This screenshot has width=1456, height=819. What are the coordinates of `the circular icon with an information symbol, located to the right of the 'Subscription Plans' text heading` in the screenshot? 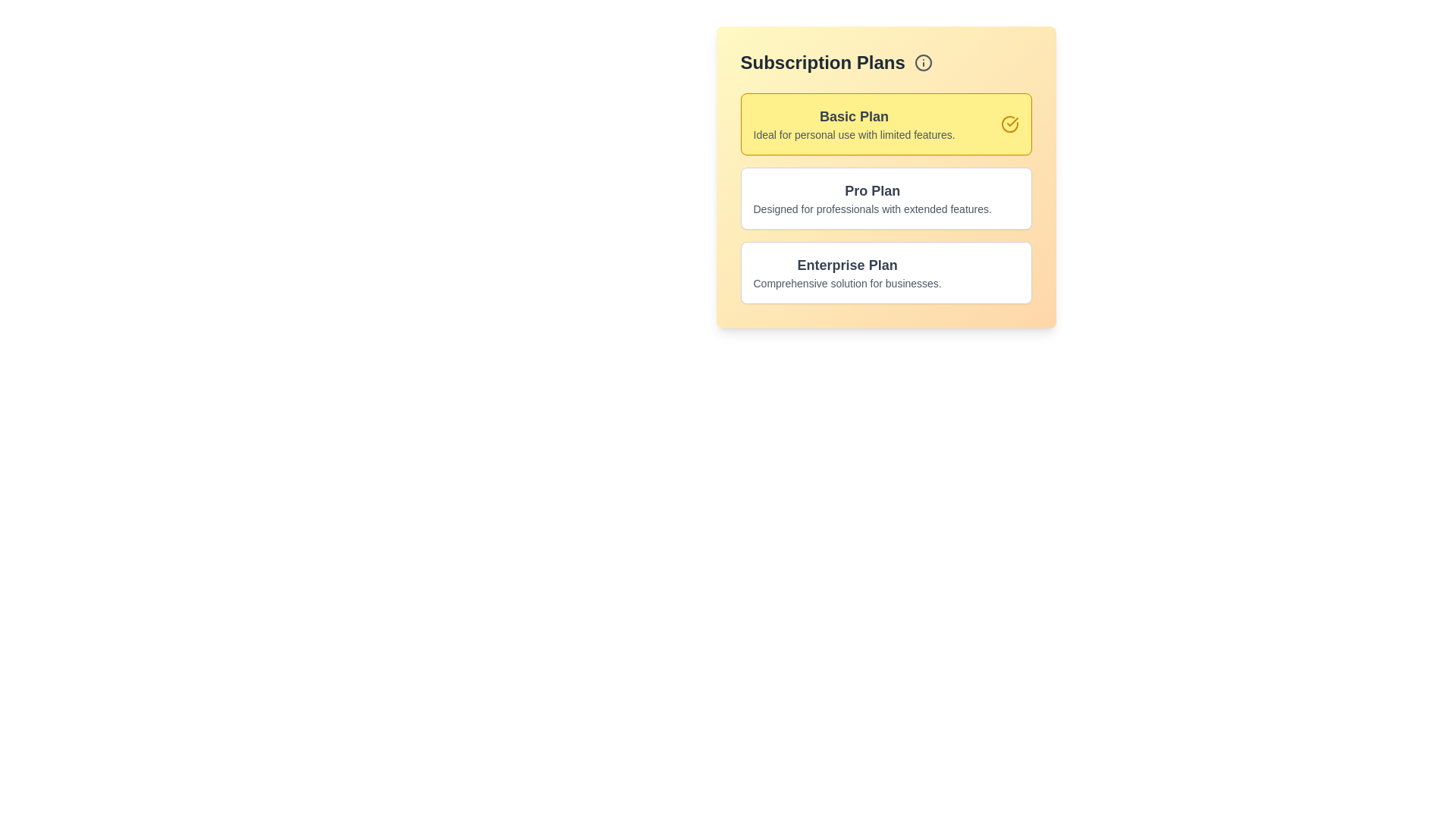 It's located at (922, 62).